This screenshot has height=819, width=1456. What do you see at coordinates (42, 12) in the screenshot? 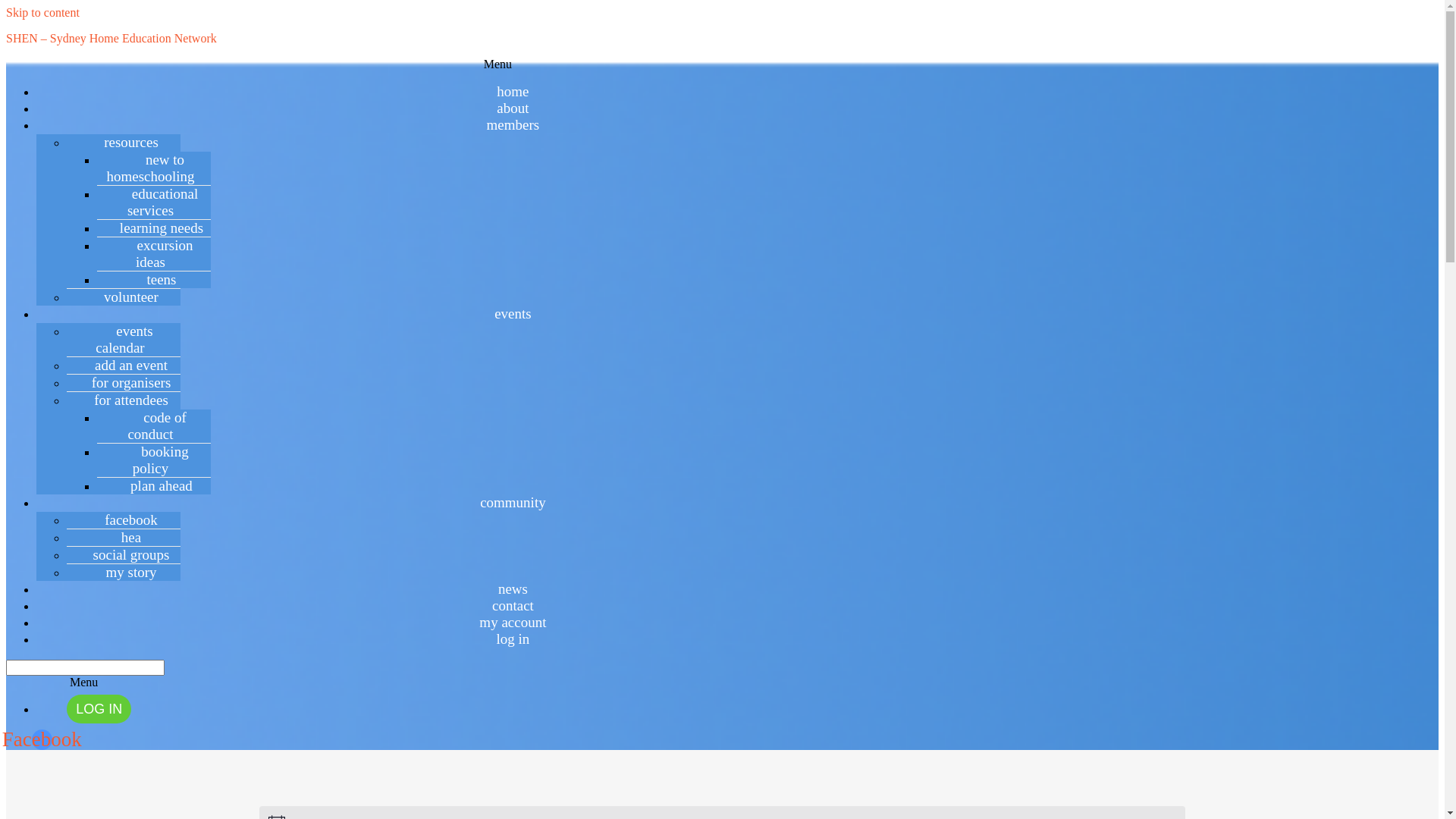
I see `'Skip to content'` at bounding box center [42, 12].